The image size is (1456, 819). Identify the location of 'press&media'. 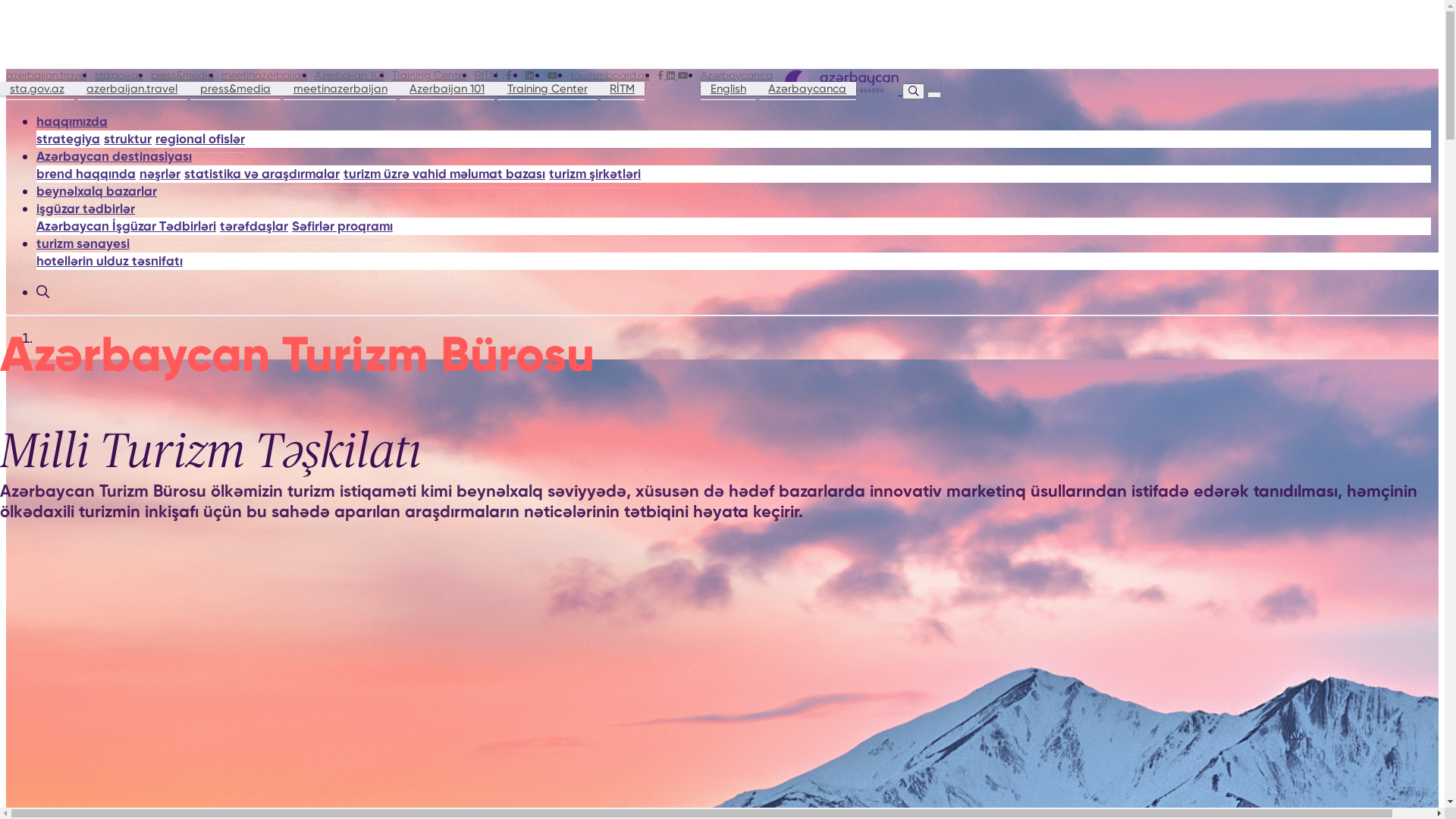
(182, 75).